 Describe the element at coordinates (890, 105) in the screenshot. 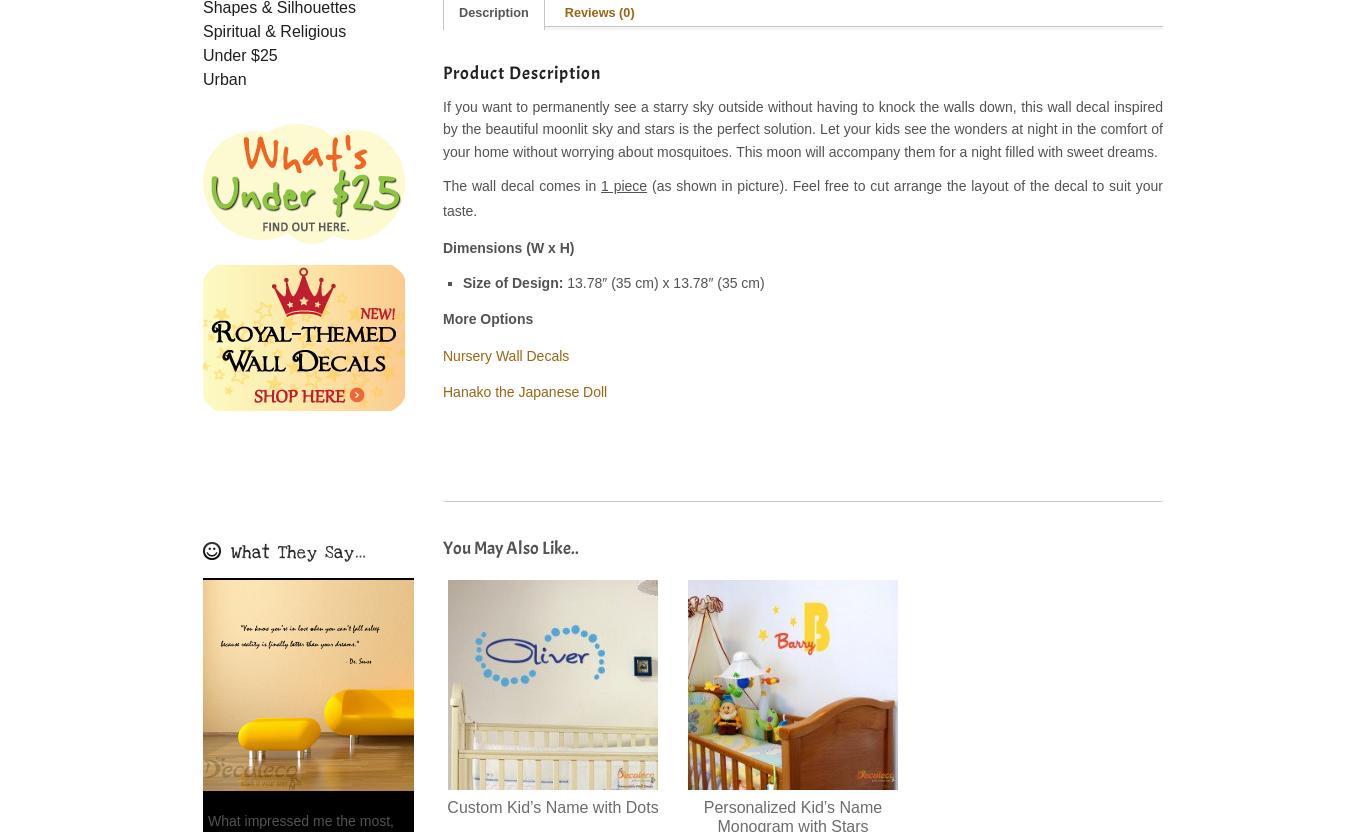

I see `'without having to knock the walls down,'` at that location.